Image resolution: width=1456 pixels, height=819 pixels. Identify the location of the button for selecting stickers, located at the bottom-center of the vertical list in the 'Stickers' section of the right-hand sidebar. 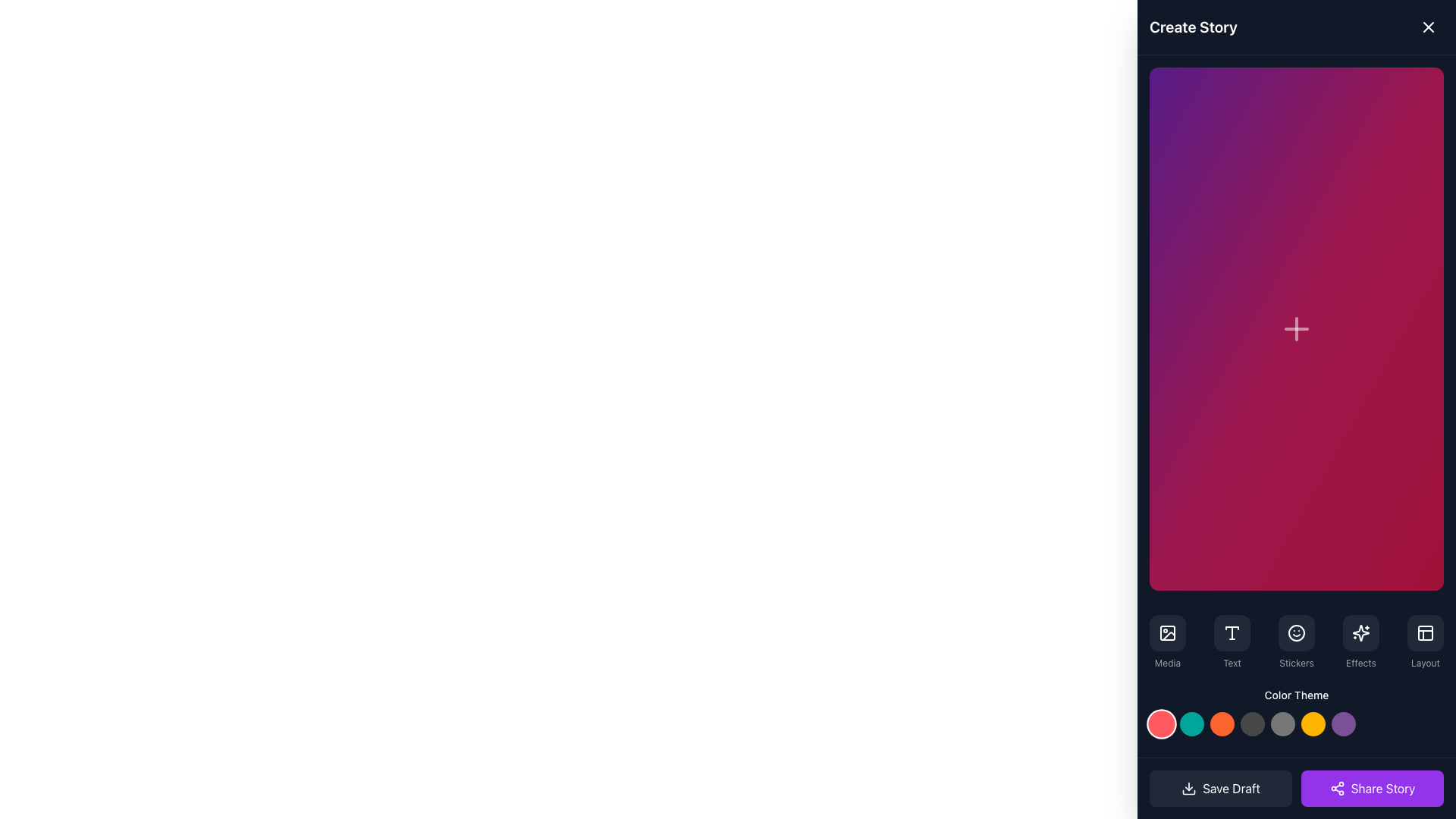
(1295, 632).